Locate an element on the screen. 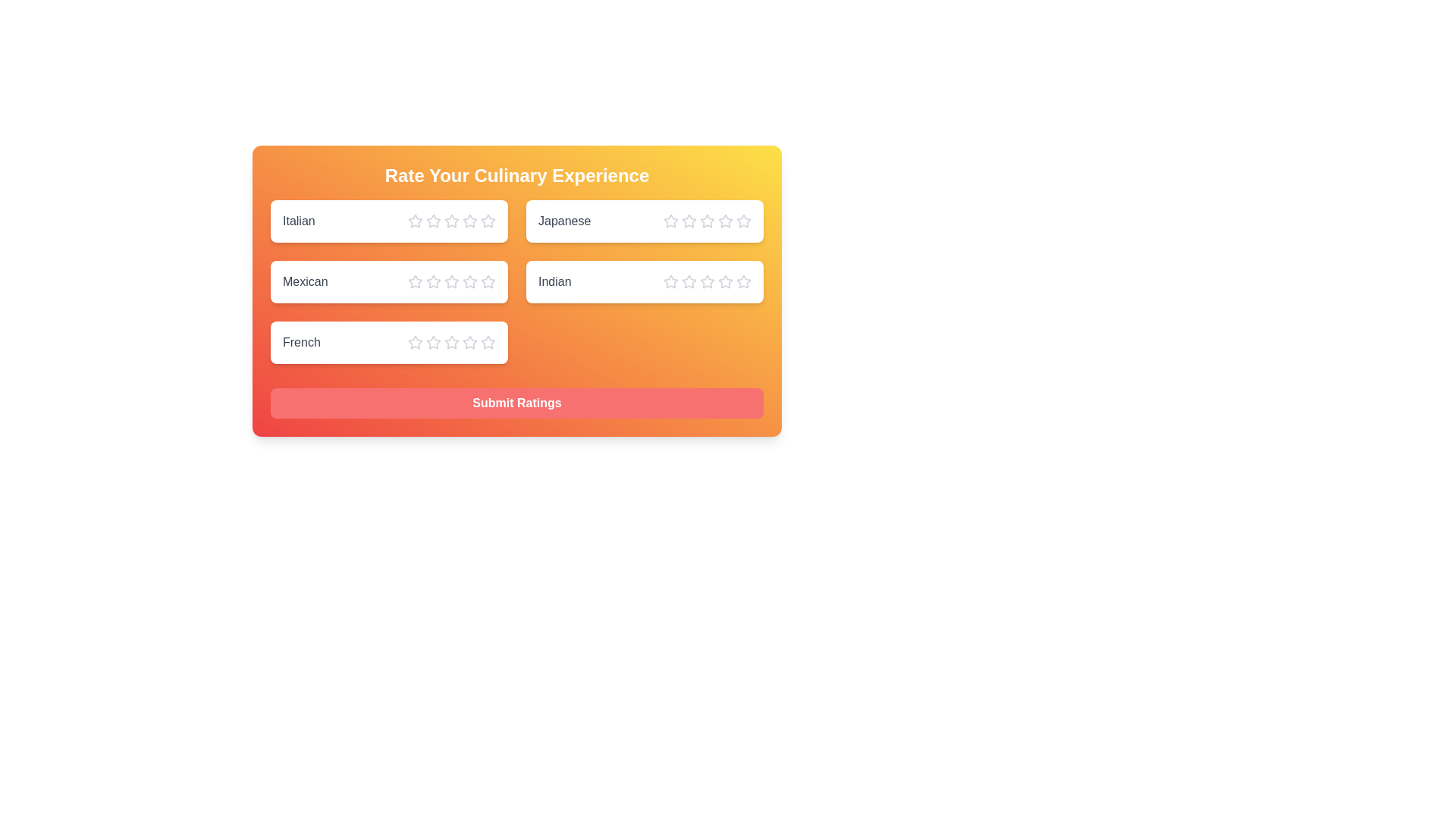  the star corresponding to the rating 2 for the cuisine Italian is located at coordinates (432, 221).